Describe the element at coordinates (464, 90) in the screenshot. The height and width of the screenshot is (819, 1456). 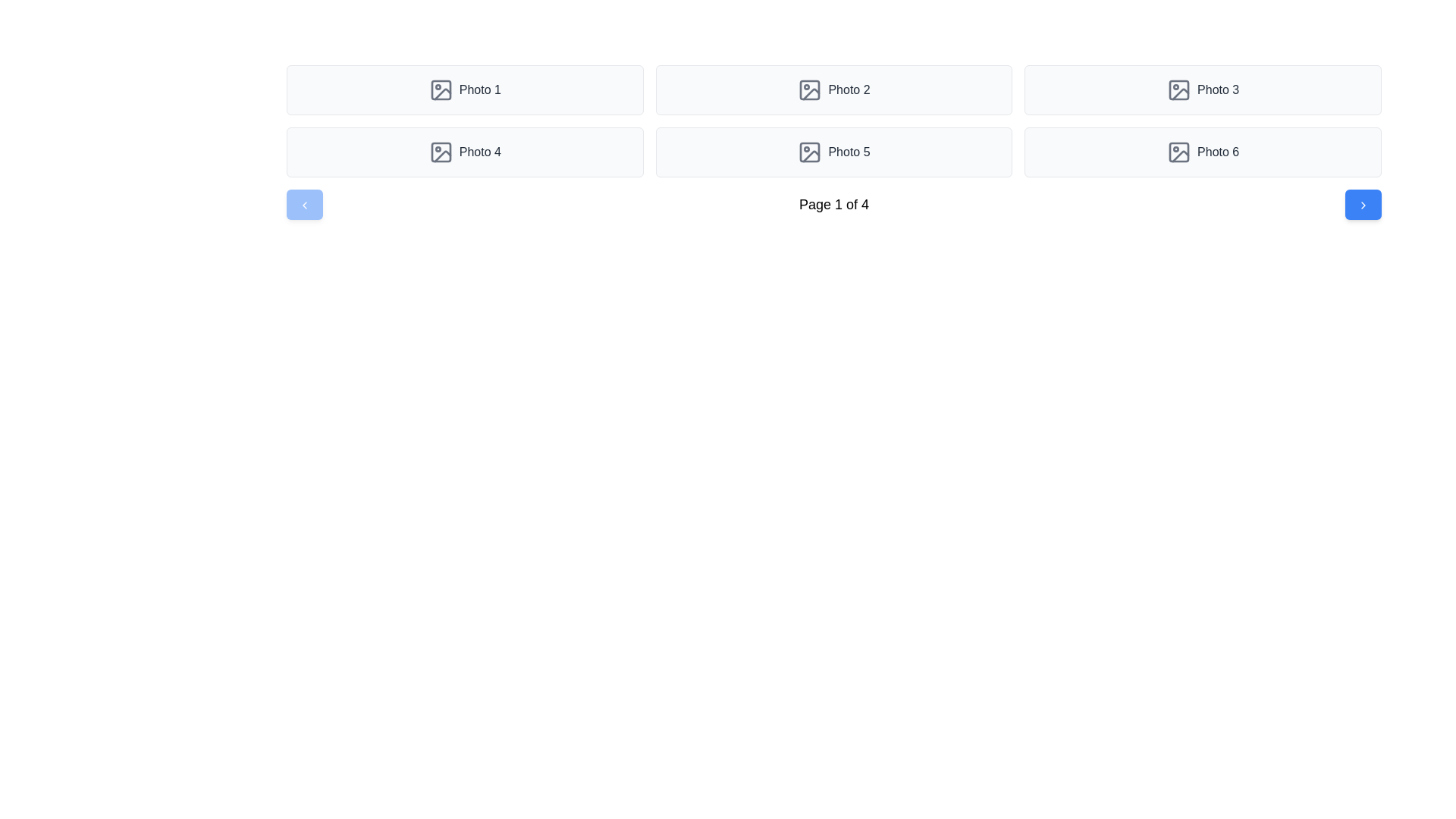
I see `the first card in the grid layout, which represents a photo` at that location.